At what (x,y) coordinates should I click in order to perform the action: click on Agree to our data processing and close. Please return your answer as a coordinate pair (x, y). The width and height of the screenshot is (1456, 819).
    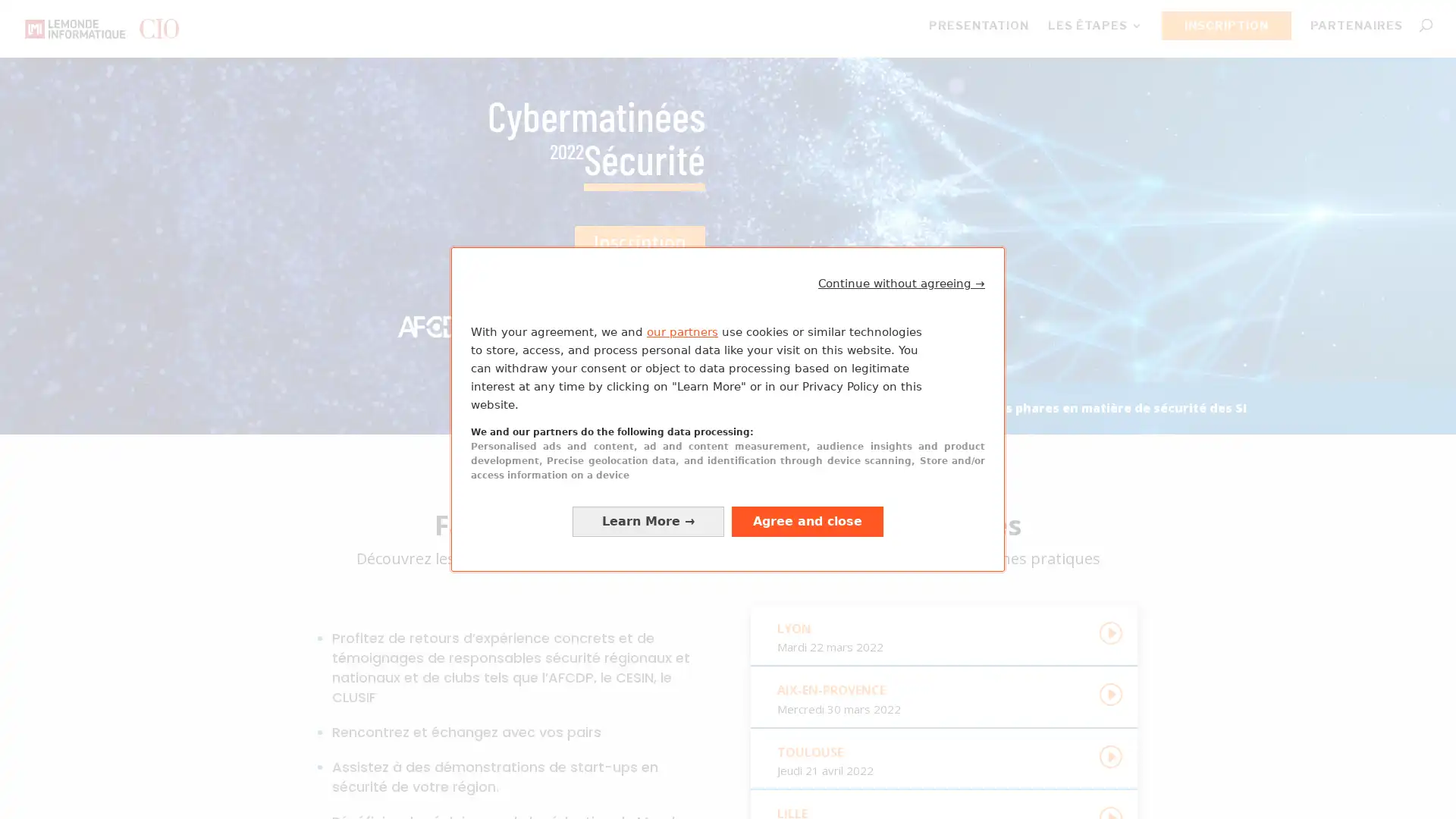
    Looking at the image, I should click on (807, 520).